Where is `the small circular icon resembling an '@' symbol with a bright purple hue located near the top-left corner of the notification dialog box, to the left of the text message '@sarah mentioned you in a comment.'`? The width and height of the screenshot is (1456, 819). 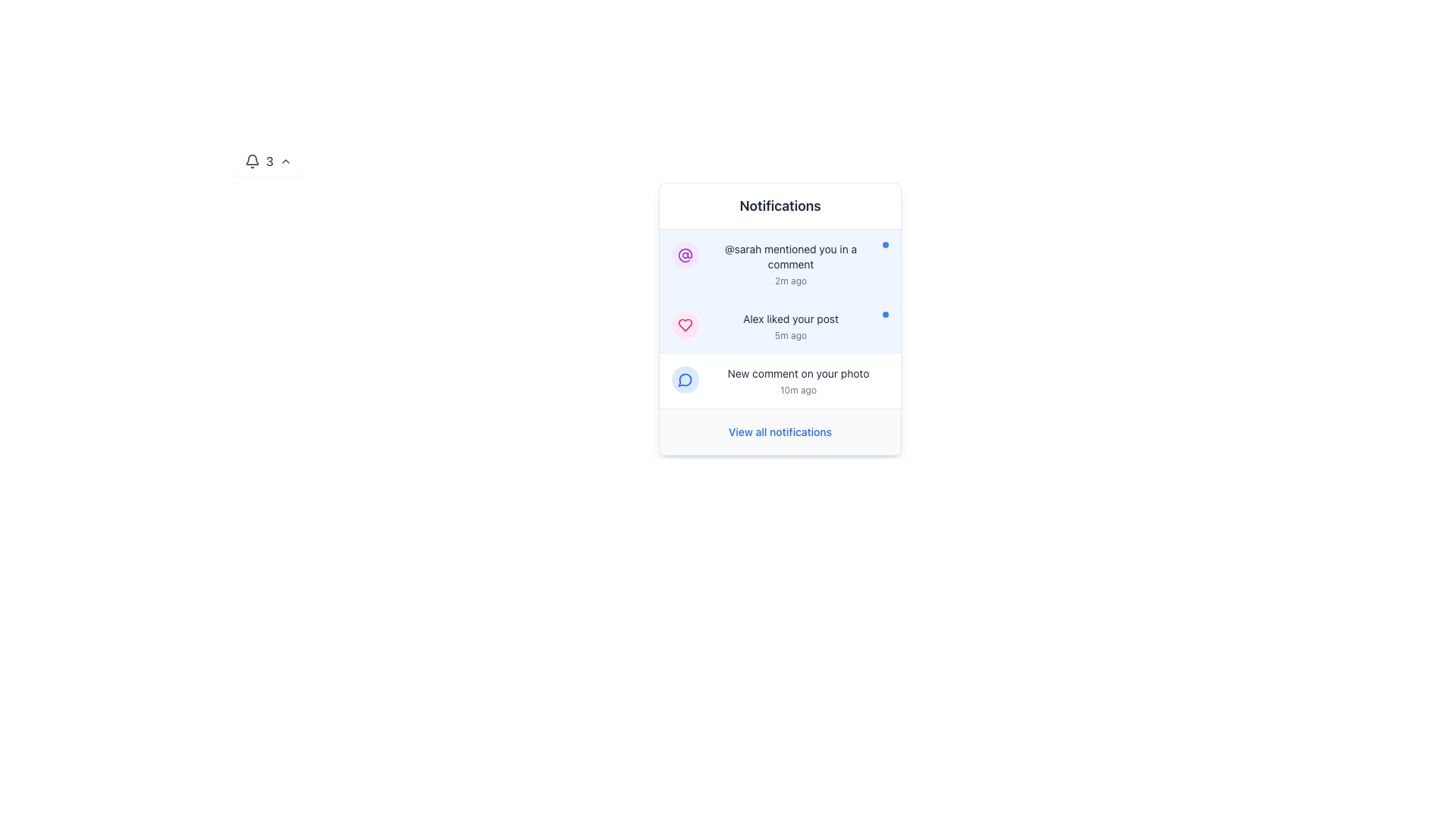 the small circular icon resembling an '@' symbol with a bright purple hue located near the top-left corner of the notification dialog box, to the left of the text message '@sarah mentioned you in a comment.' is located at coordinates (684, 254).